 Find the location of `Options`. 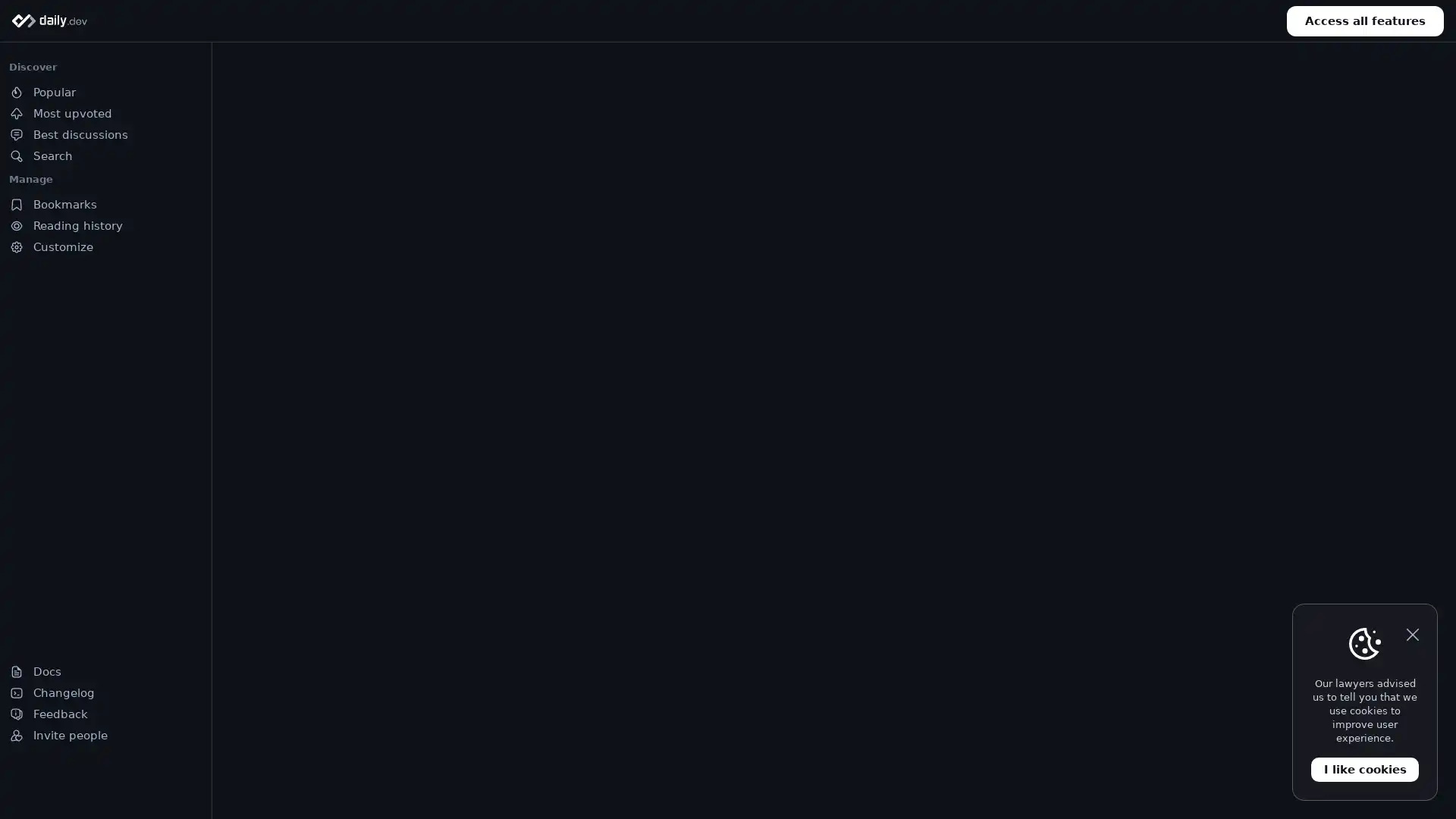

Options is located at coordinates (1062, 174).